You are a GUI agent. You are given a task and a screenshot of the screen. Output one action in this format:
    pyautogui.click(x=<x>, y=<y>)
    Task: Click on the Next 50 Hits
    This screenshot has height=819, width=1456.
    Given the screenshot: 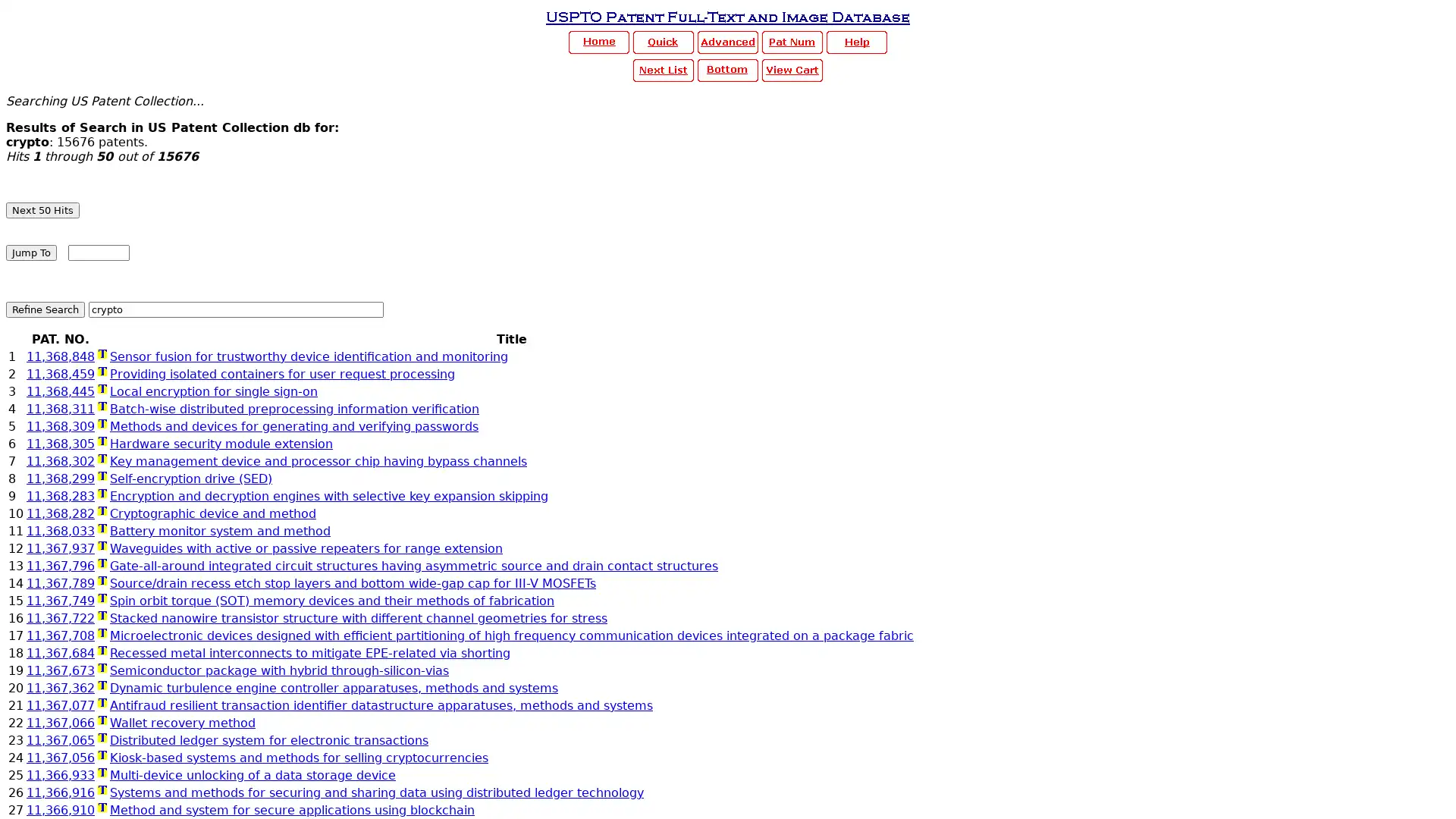 What is the action you would take?
    pyautogui.click(x=42, y=210)
    